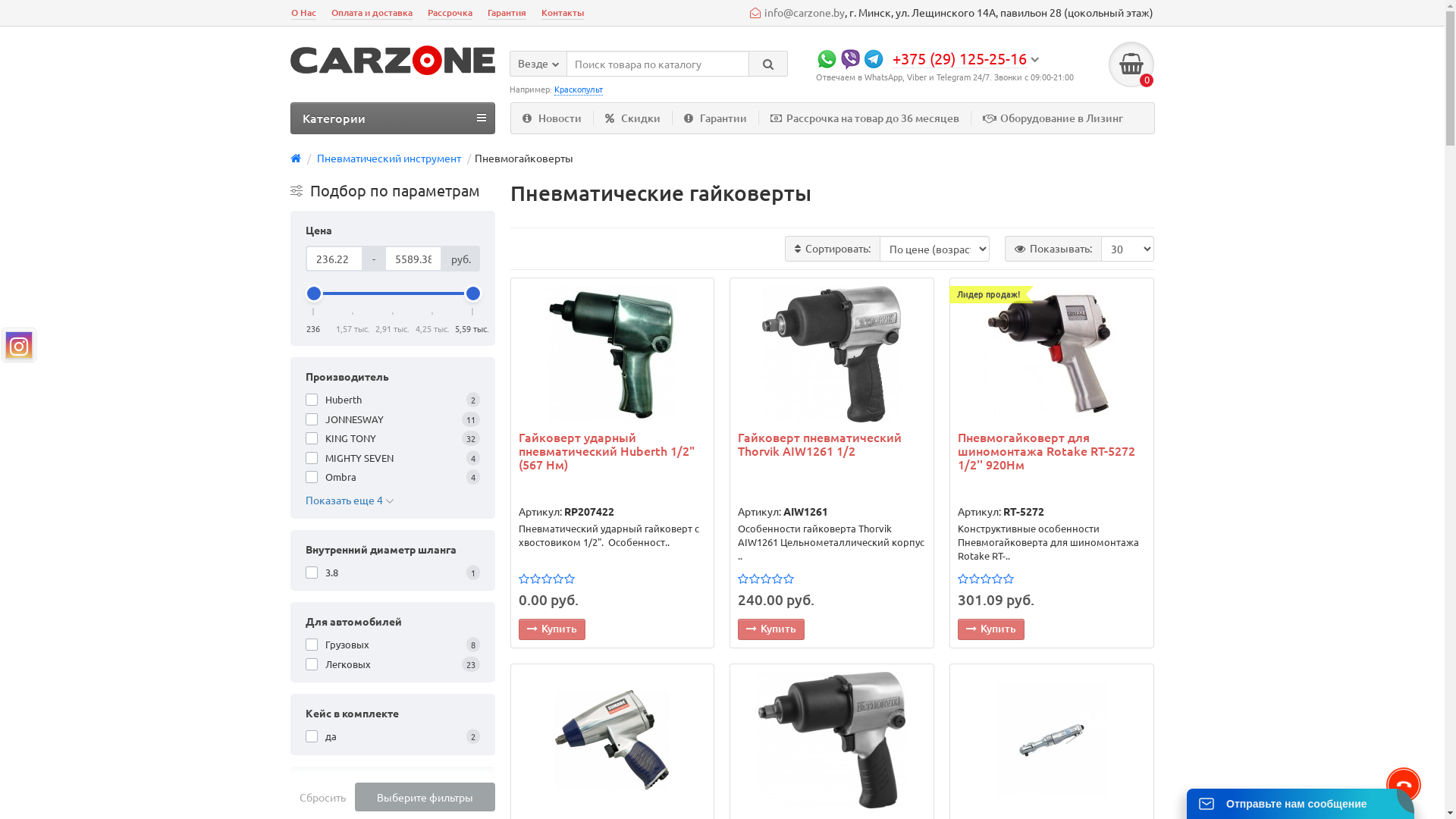 Image resolution: width=1456 pixels, height=819 pixels. I want to click on '0', so click(1109, 63).